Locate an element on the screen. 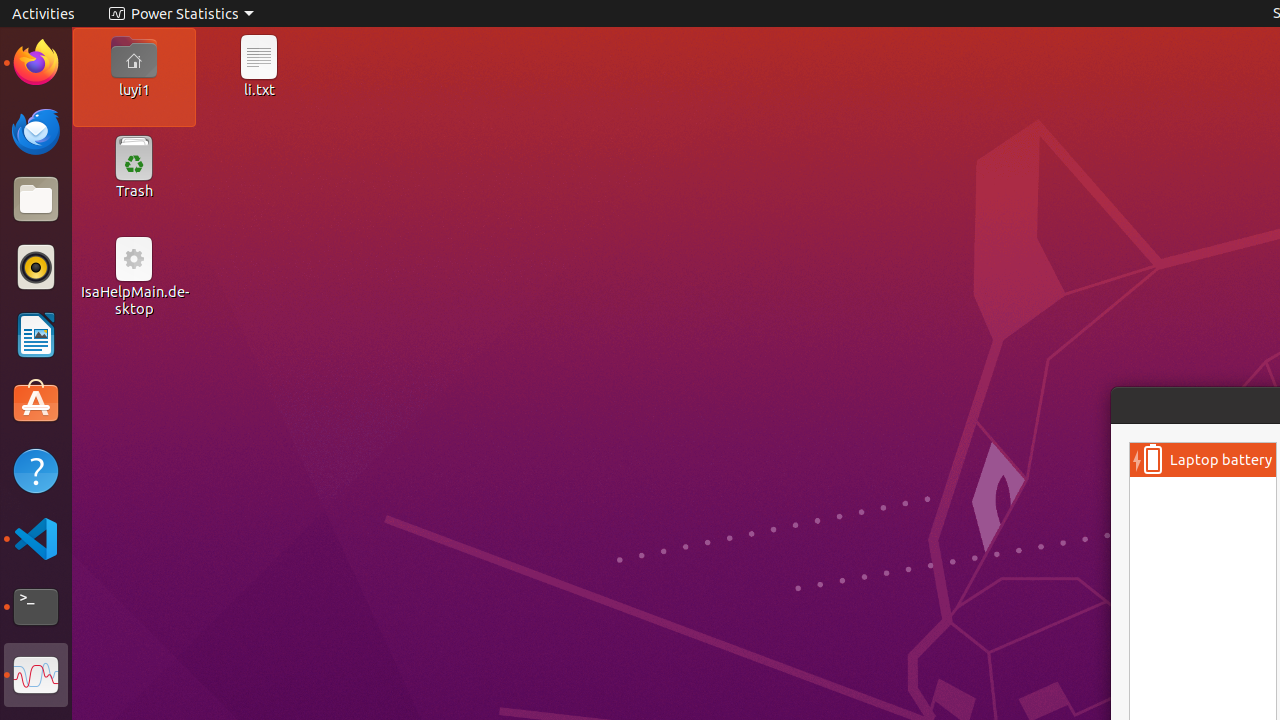 Image resolution: width=1280 pixels, height=720 pixels. 'Firefox Web Browser' is located at coordinates (35, 61).